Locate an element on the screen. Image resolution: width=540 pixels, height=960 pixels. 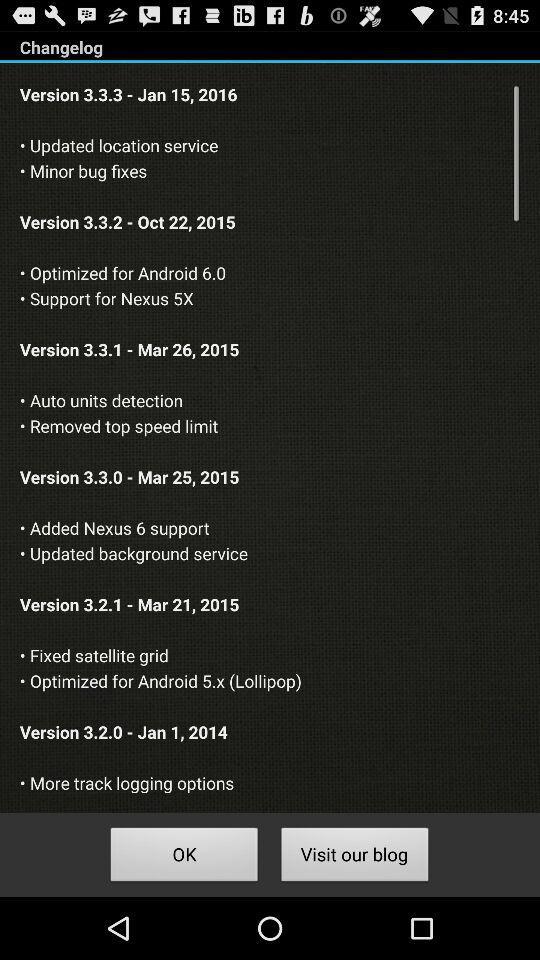
the button next to the visit our blog is located at coordinates (184, 856).